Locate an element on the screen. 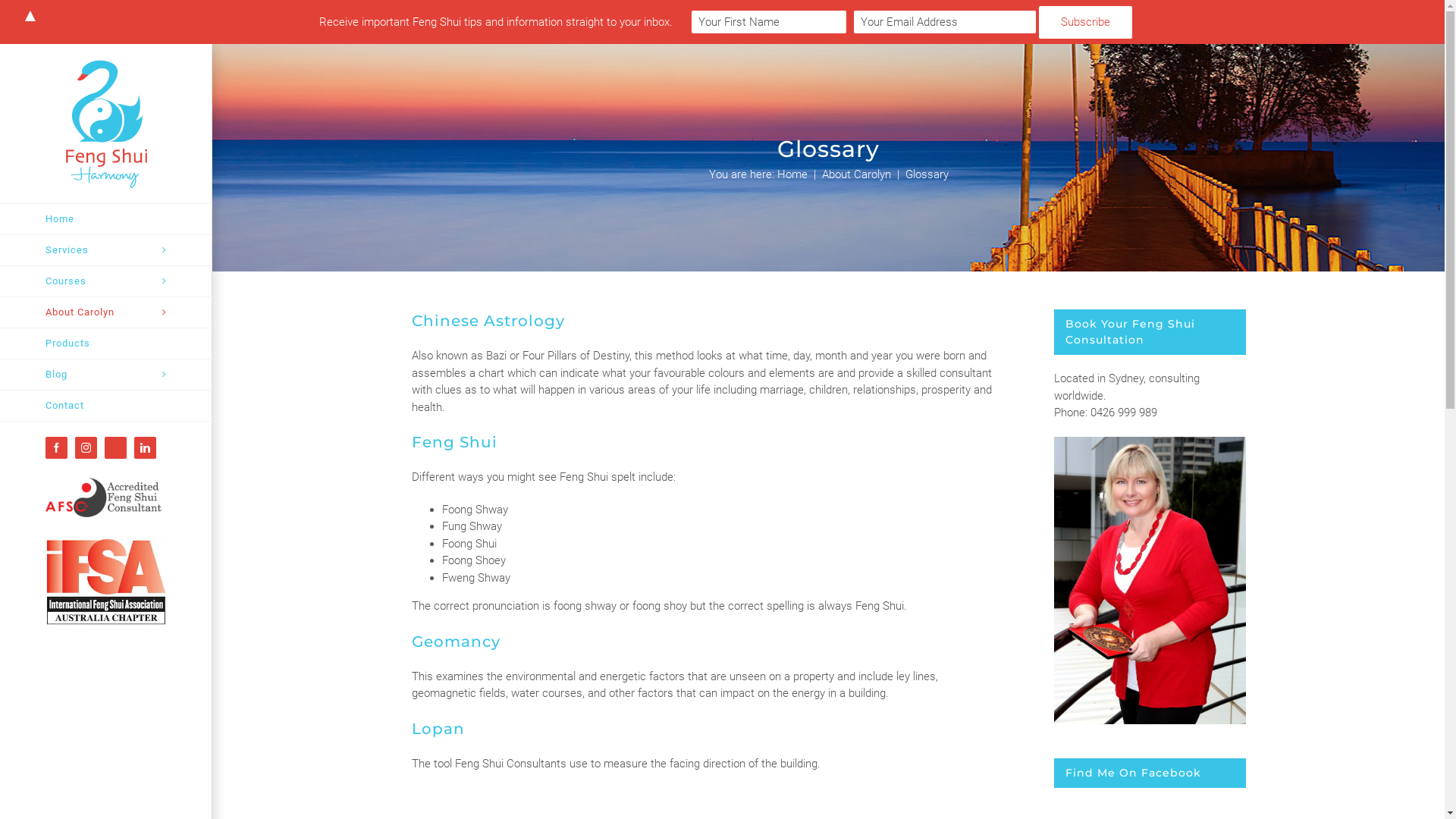  'Instagram' is located at coordinates (85, 447).